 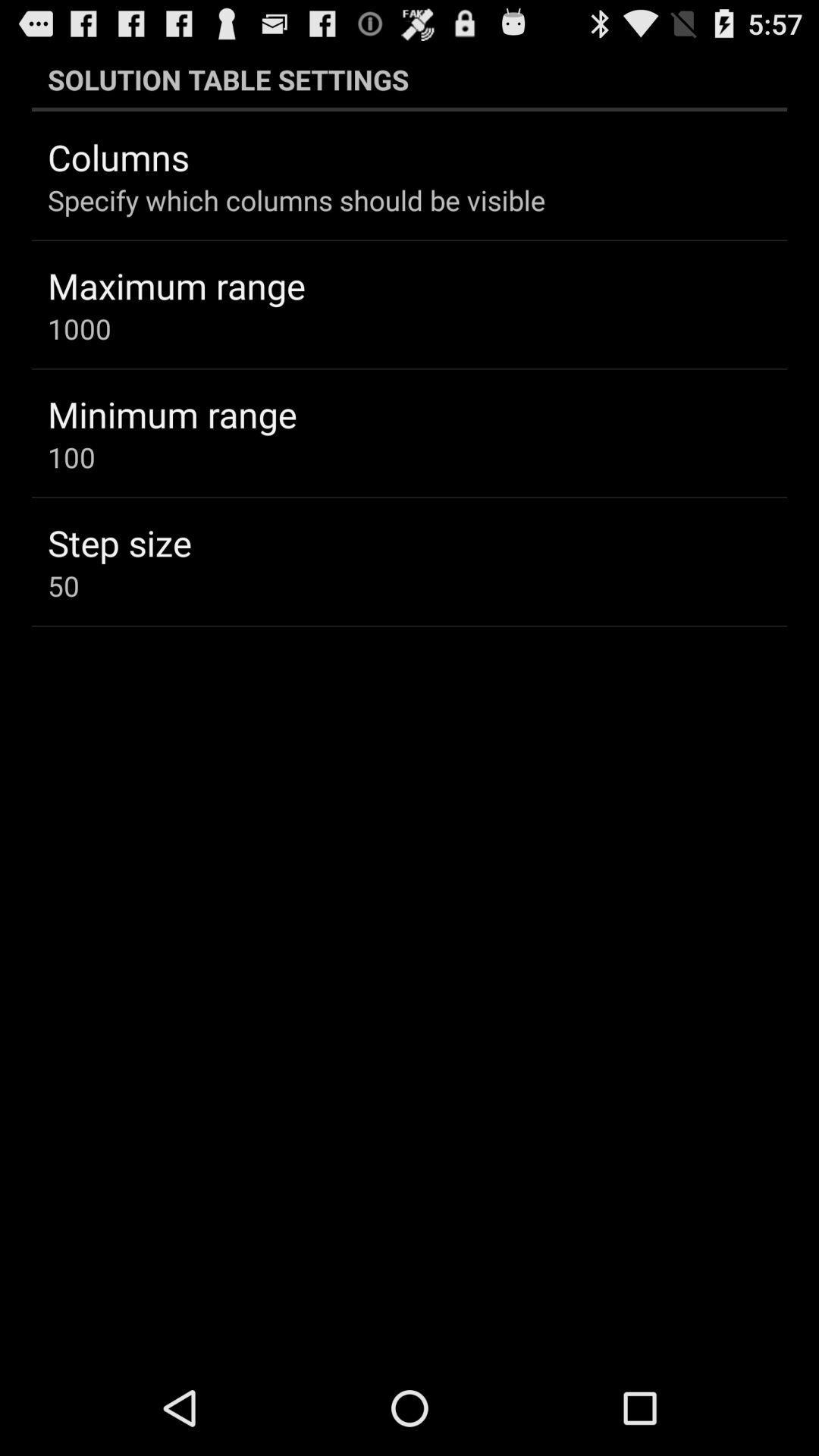 What do you see at coordinates (297, 199) in the screenshot?
I see `the specify which columns icon` at bounding box center [297, 199].